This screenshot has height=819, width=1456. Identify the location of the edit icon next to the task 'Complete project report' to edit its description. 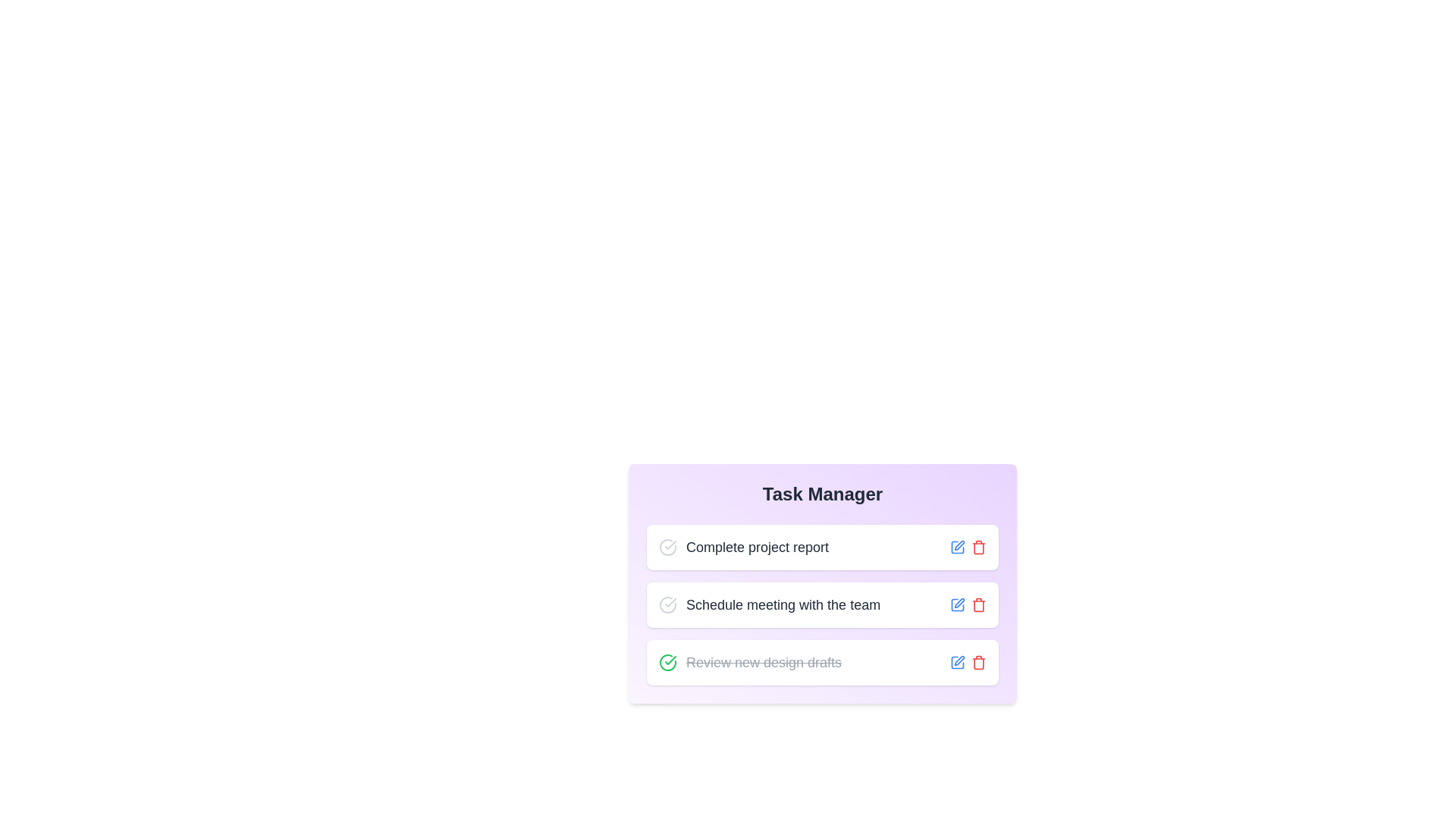
(956, 547).